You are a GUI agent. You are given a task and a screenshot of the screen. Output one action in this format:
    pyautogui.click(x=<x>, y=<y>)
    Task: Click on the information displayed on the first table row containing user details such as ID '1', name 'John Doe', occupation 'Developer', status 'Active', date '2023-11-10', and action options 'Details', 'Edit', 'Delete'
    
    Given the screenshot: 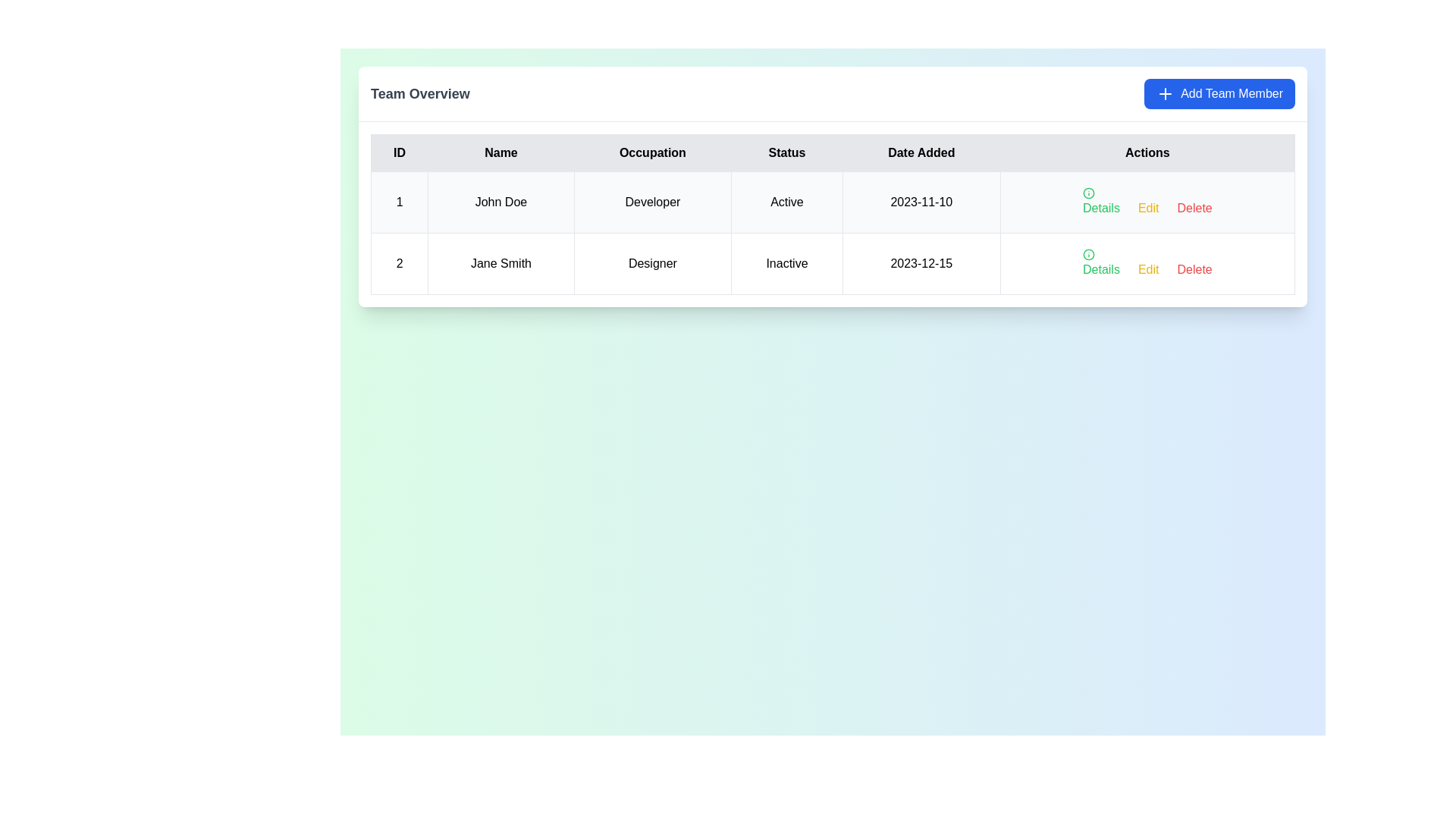 What is the action you would take?
    pyautogui.click(x=832, y=201)
    